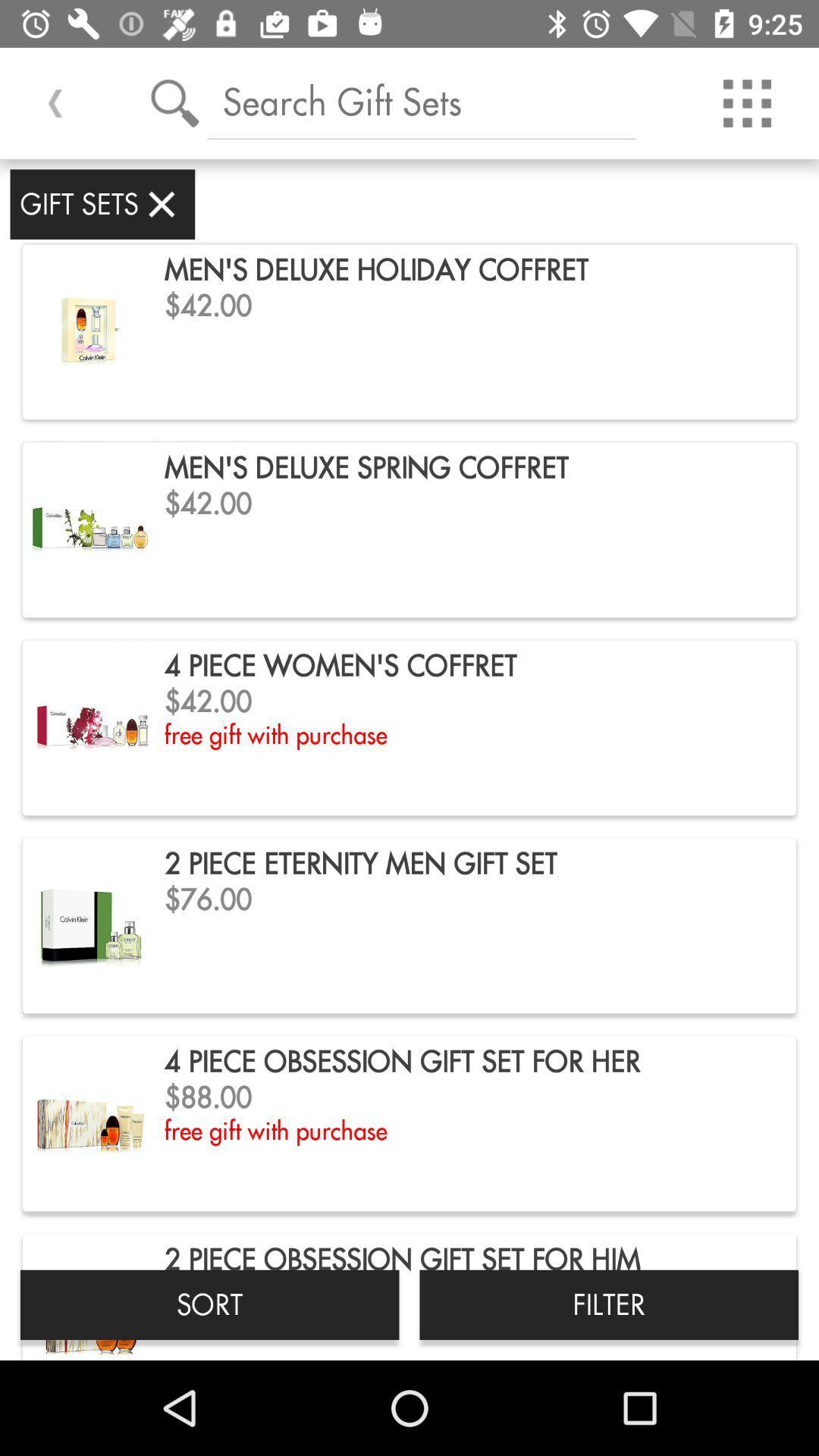 The width and height of the screenshot is (819, 1456). I want to click on icon above the men s deluxe, so click(421, 101).